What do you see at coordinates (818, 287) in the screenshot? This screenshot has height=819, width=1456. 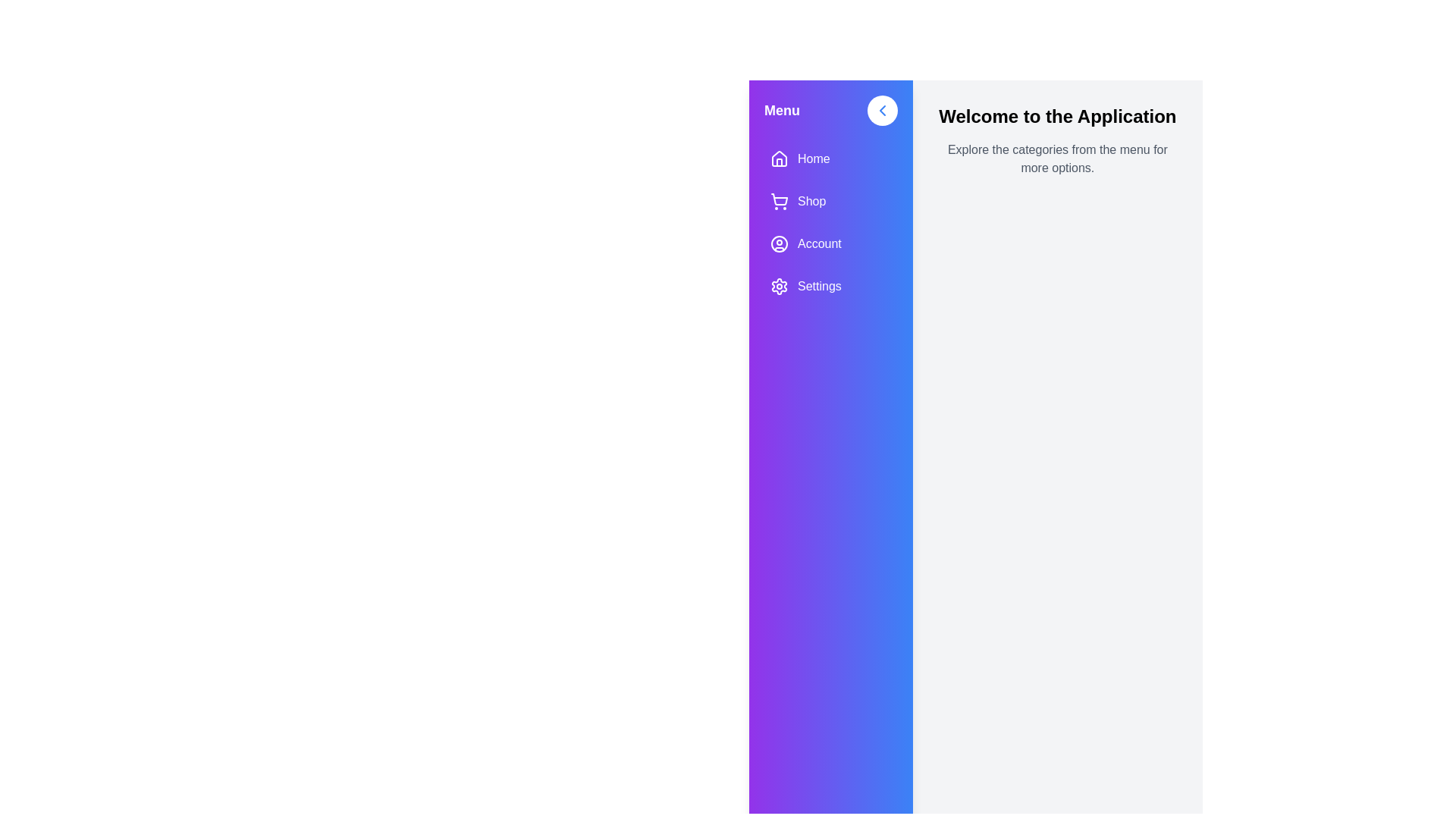 I see `the 'Settings' text label in the vertical navigation bar, which is the last option below 'Account' and is aligned with a gear icon` at bounding box center [818, 287].